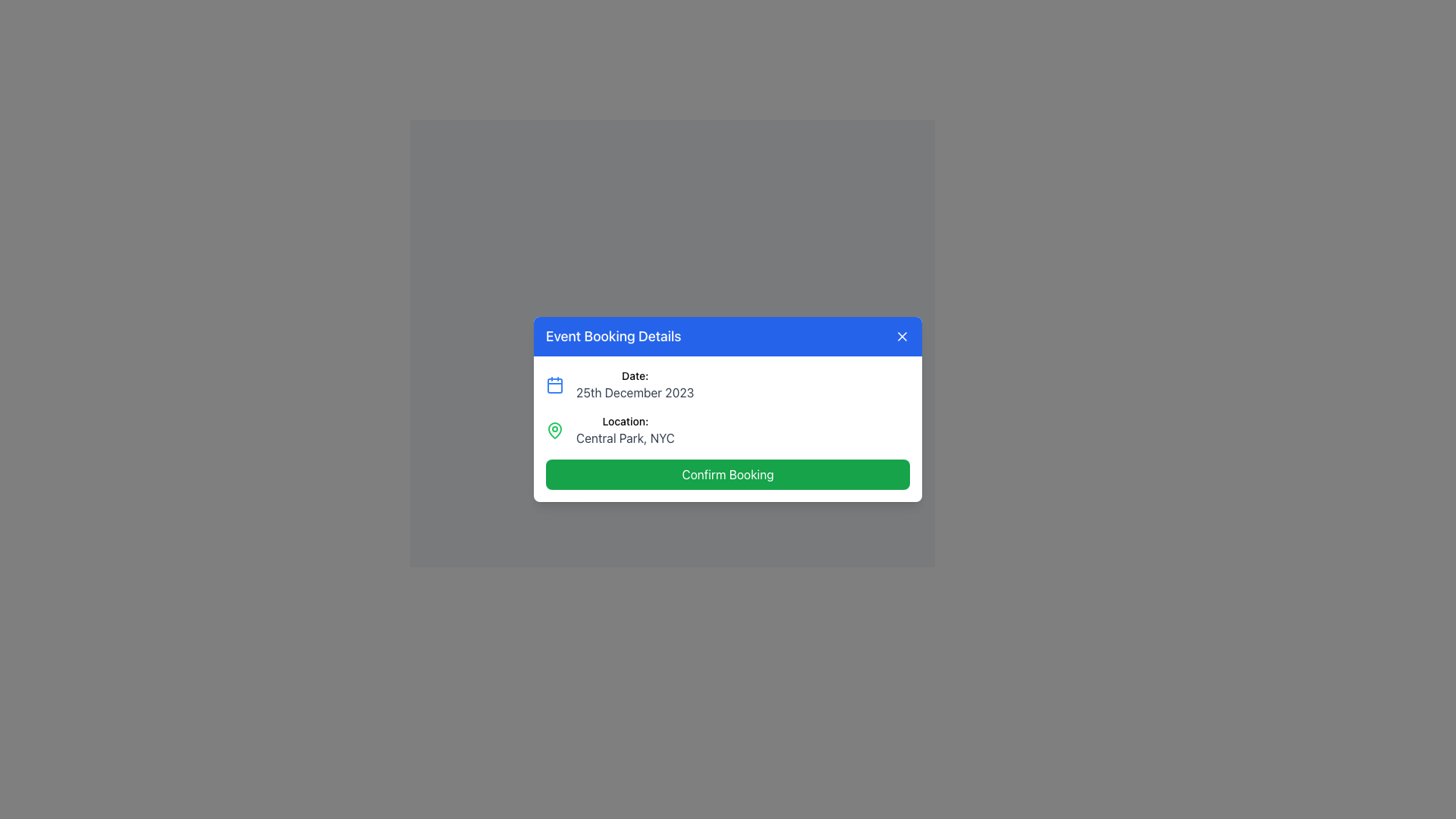  I want to click on the small red-colored button with a white 'X' icon located in the top-right corner of the 'Event Booking Details' modal, so click(902, 335).